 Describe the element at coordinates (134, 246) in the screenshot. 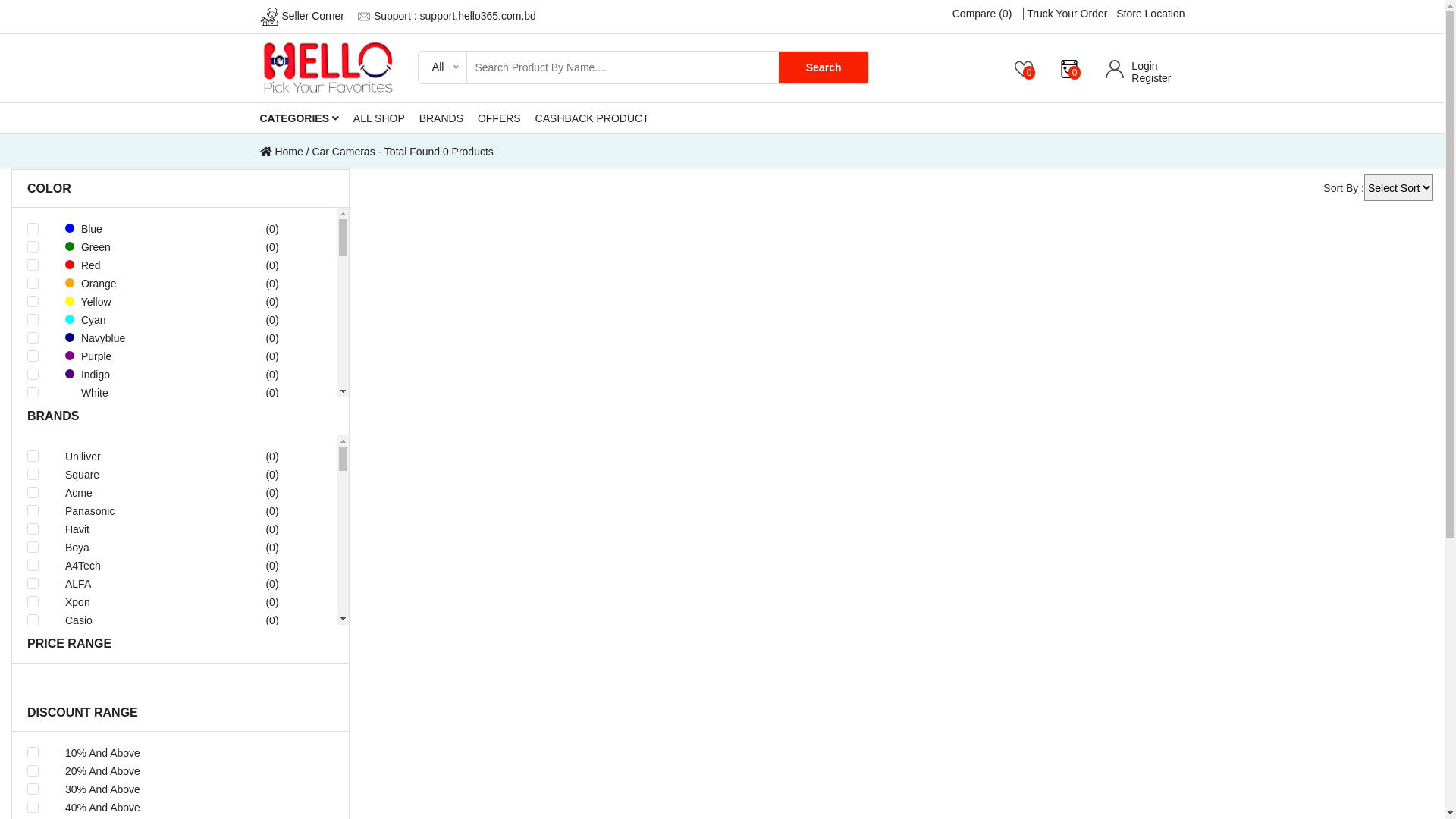

I see `'Green'` at that location.